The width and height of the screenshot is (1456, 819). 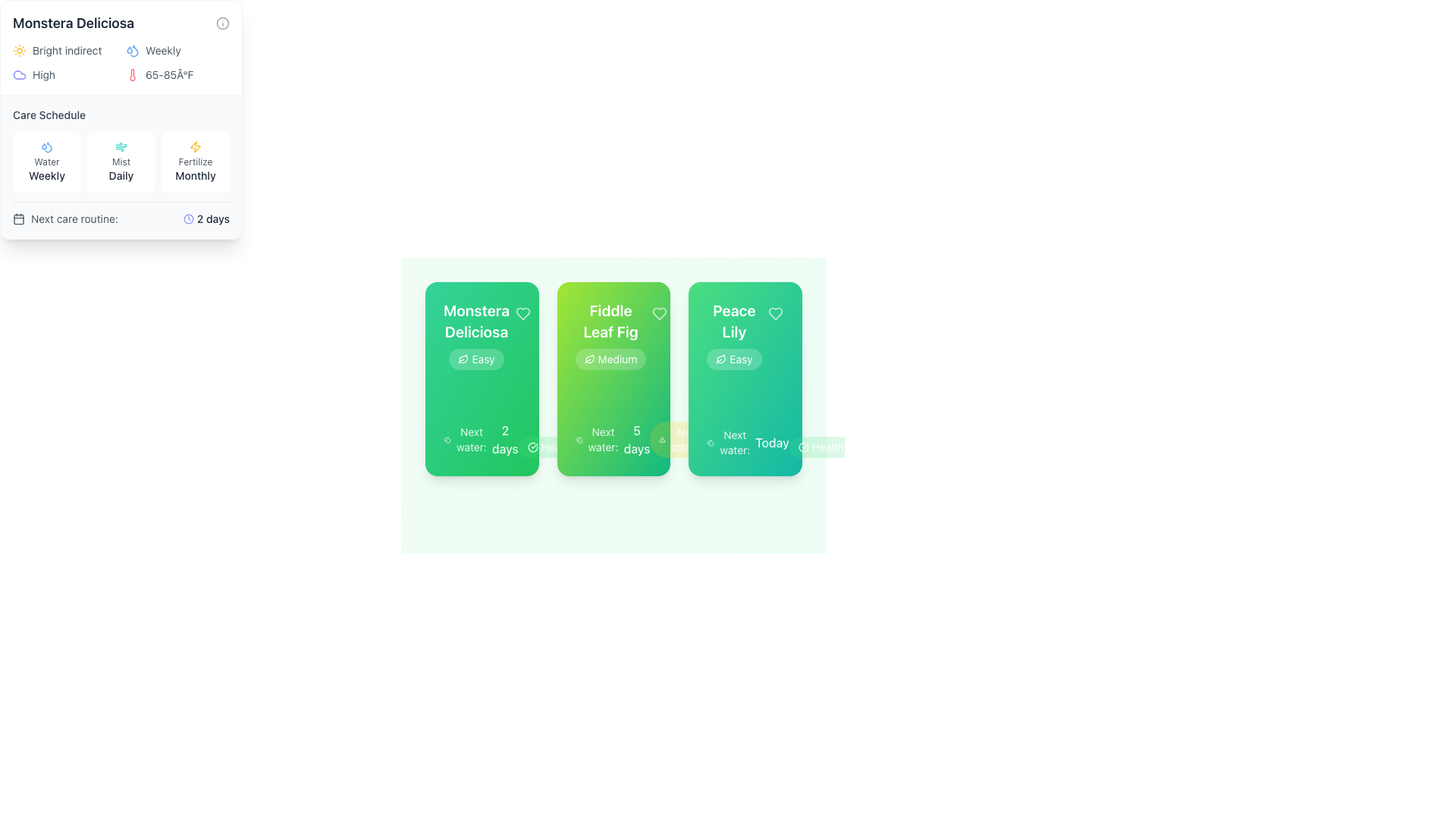 What do you see at coordinates (475, 359) in the screenshot?
I see `the content of the pill-shaped label displaying 'Easy' with a green background, located in the bottom left of the 'Monstera Deliciosa' card, below the card title` at bounding box center [475, 359].